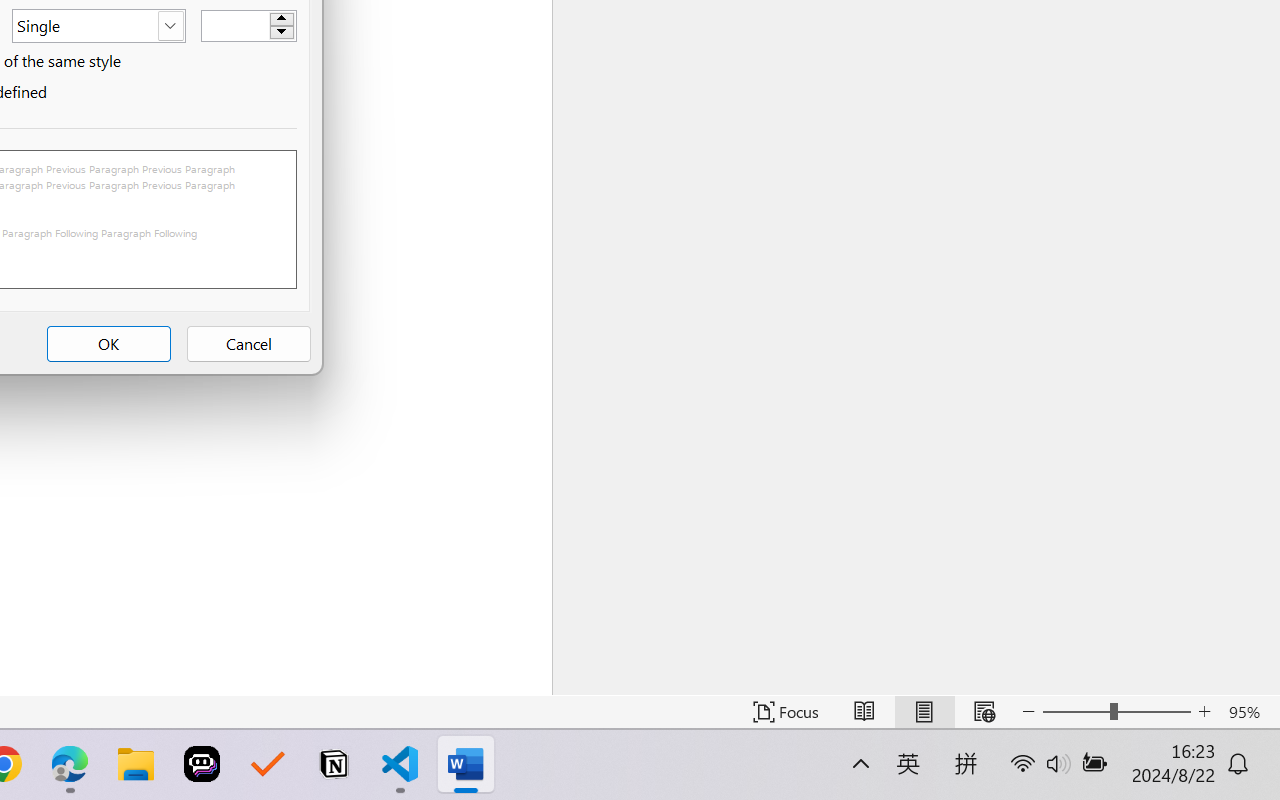 The image size is (1280, 800). I want to click on 'Cancel', so click(247, 344).